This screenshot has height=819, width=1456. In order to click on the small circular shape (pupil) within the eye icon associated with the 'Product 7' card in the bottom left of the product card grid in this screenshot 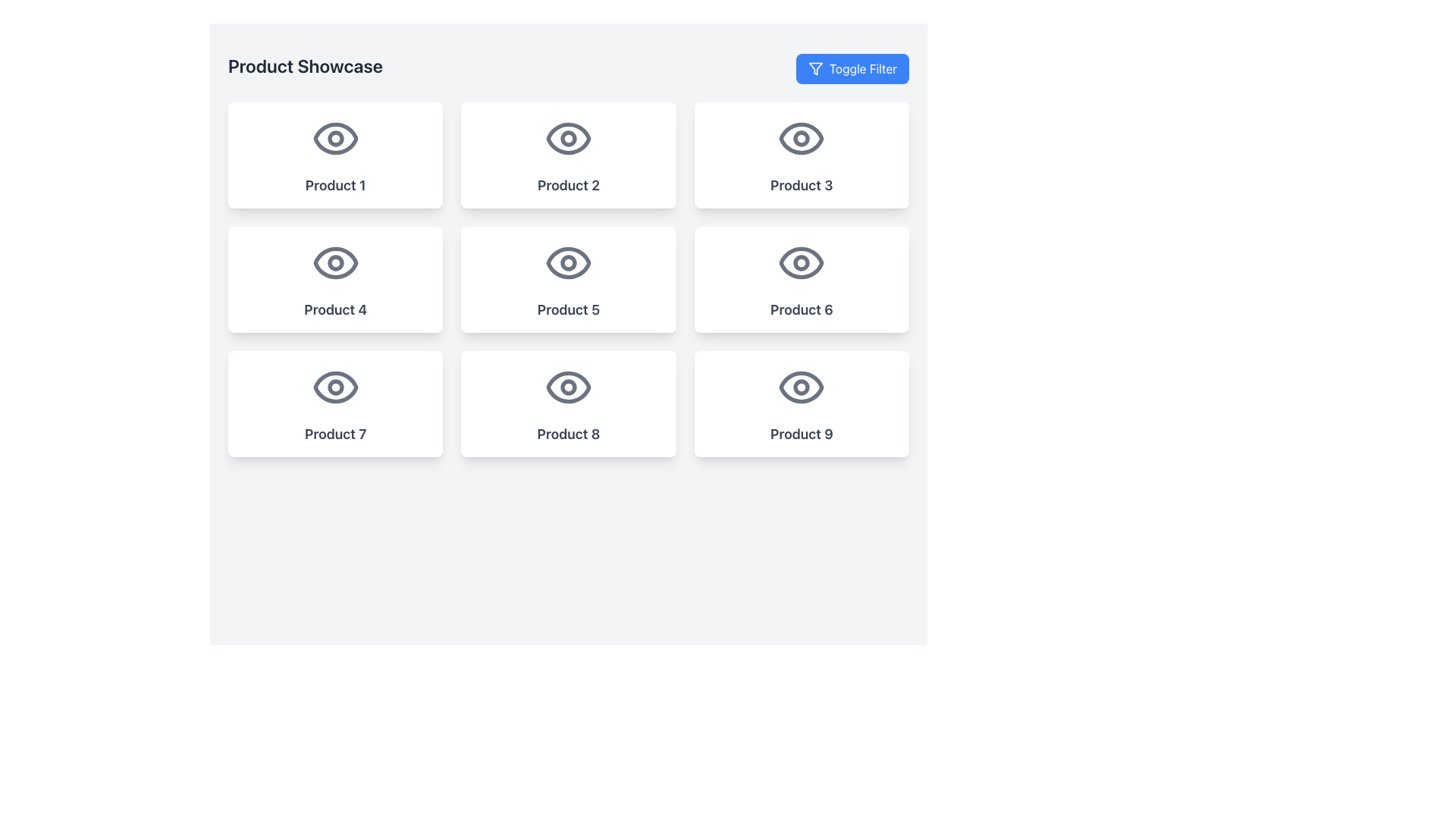, I will do `click(334, 386)`.